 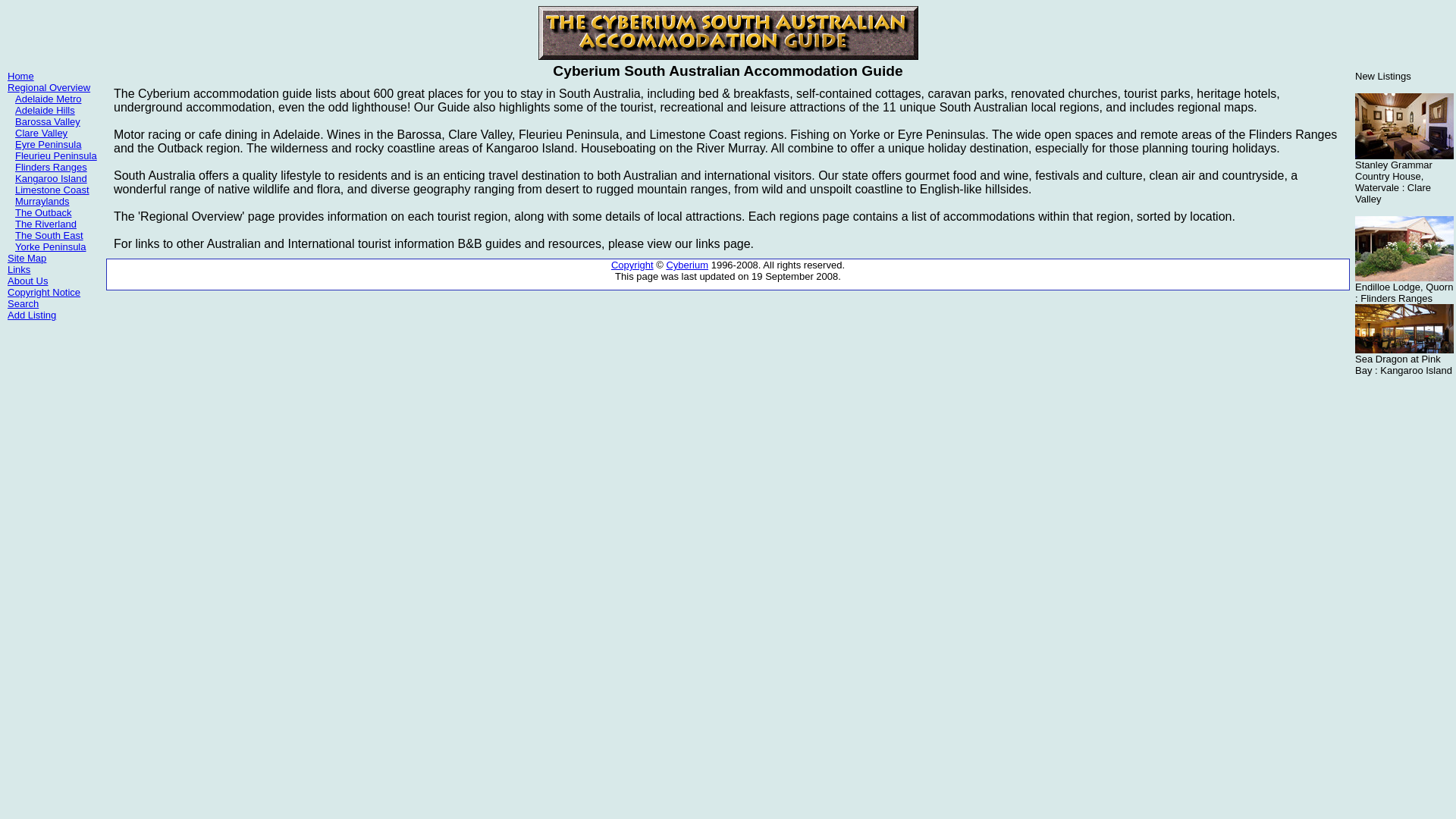 What do you see at coordinates (52, 189) in the screenshot?
I see `'Limestone Coast'` at bounding box center [52, 189].